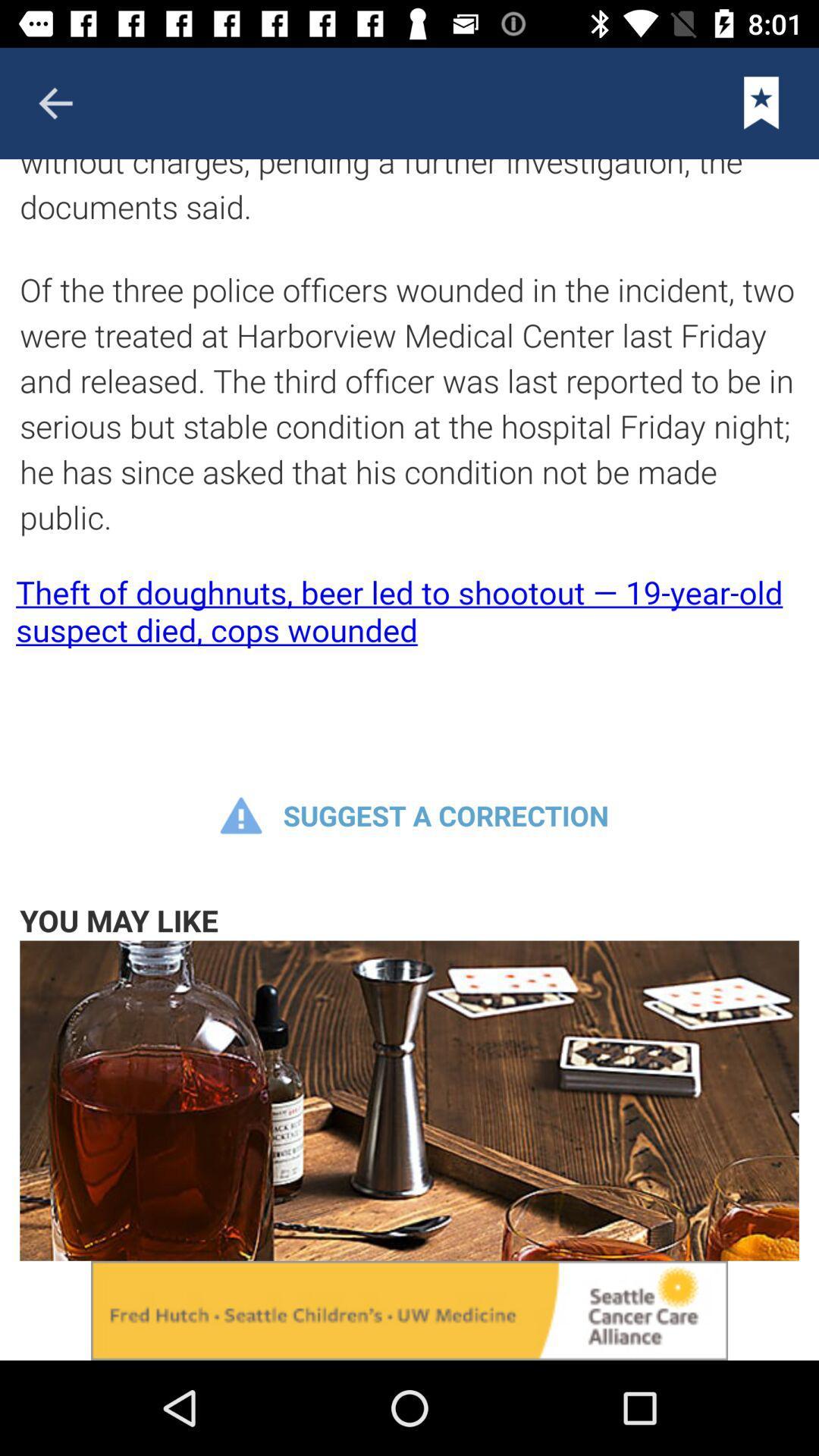 This screenshot has width=819, height=1456. I want to click on the bookmark icon, so click(761, 102).